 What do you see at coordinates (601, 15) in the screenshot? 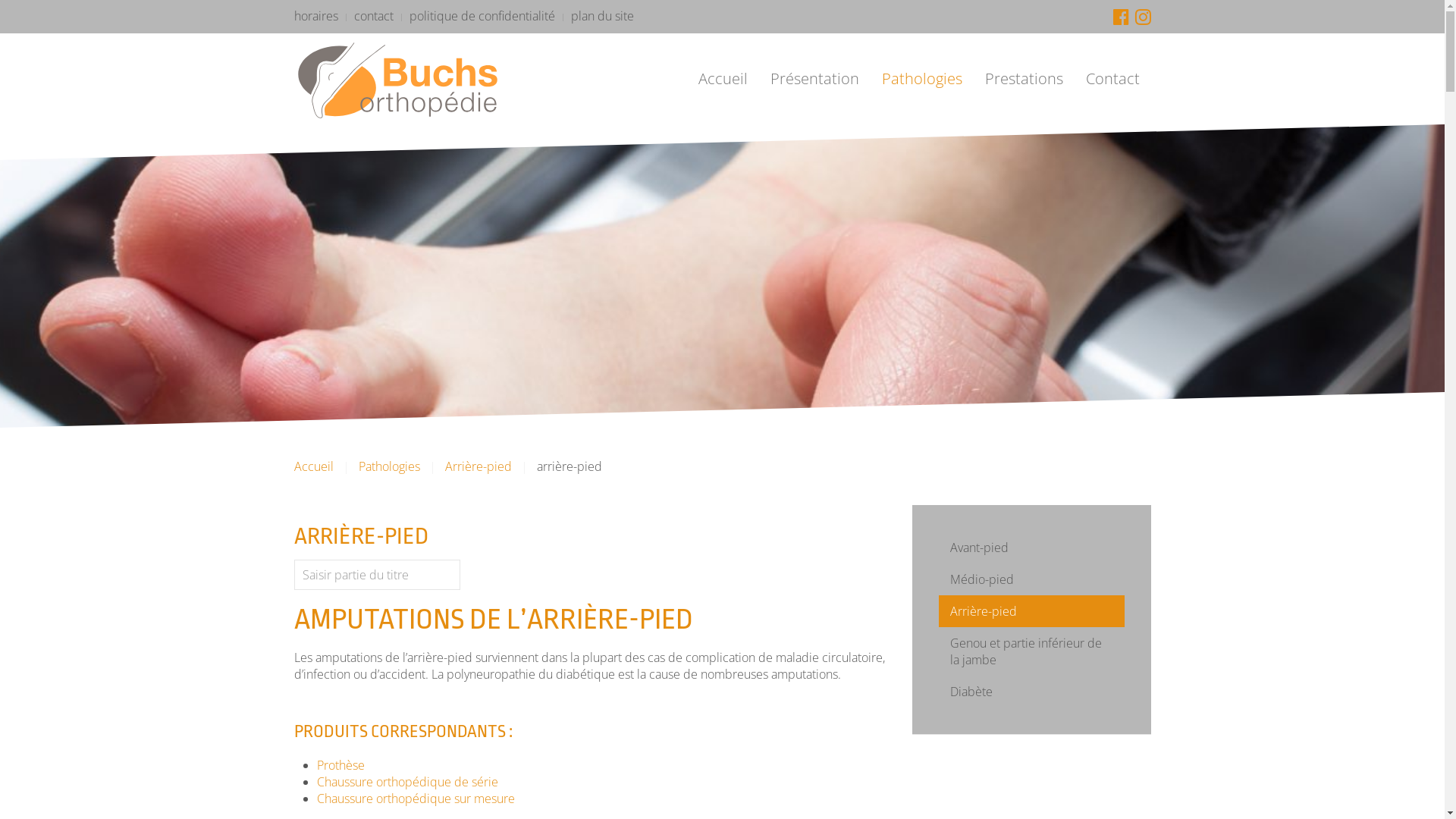
I see `'plan du site'` at bounding box center [601, 15].